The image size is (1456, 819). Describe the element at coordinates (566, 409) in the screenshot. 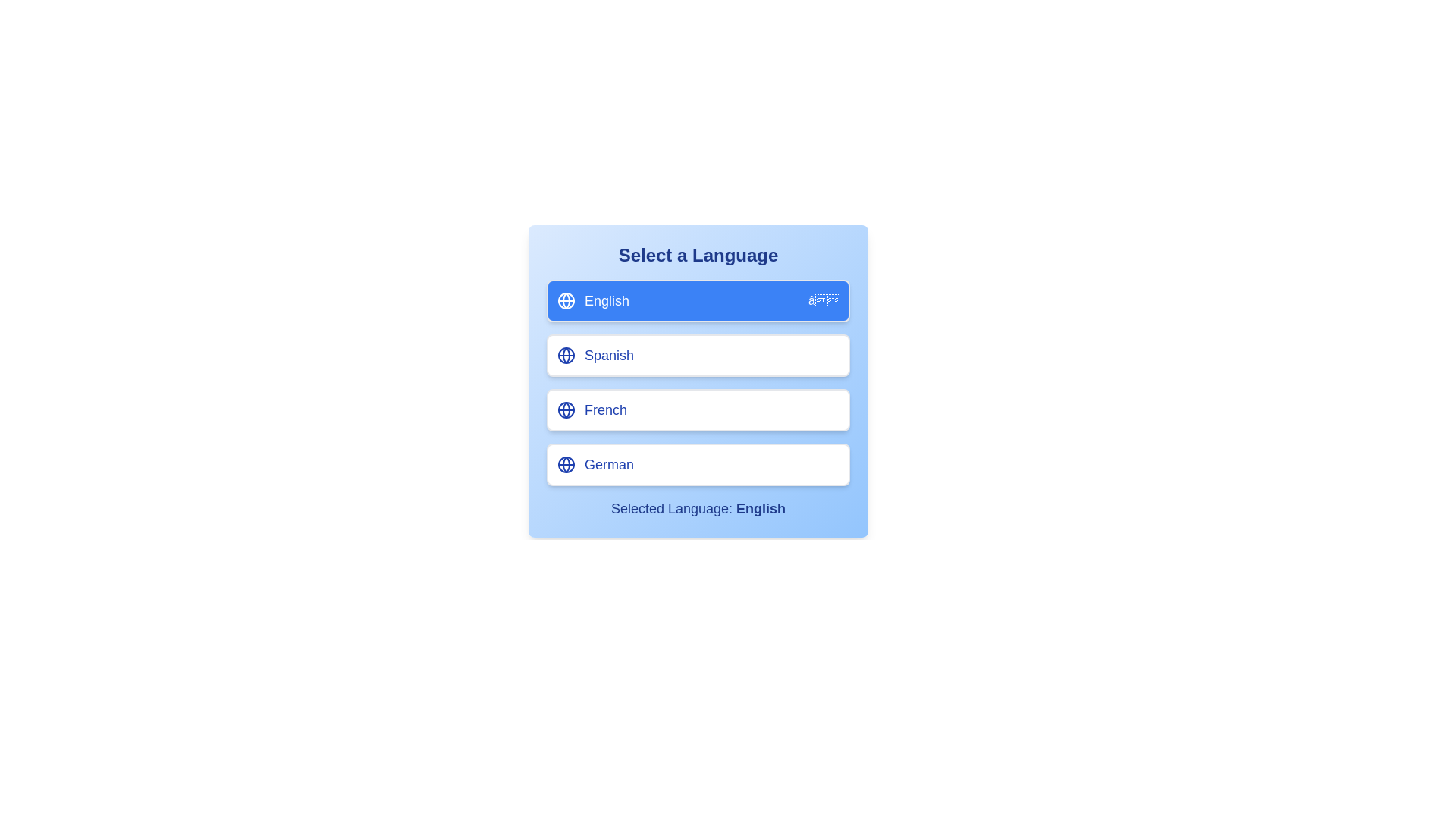

I see `the curved line of the globe icon, which divides the icon into two hemispheres` at that location.